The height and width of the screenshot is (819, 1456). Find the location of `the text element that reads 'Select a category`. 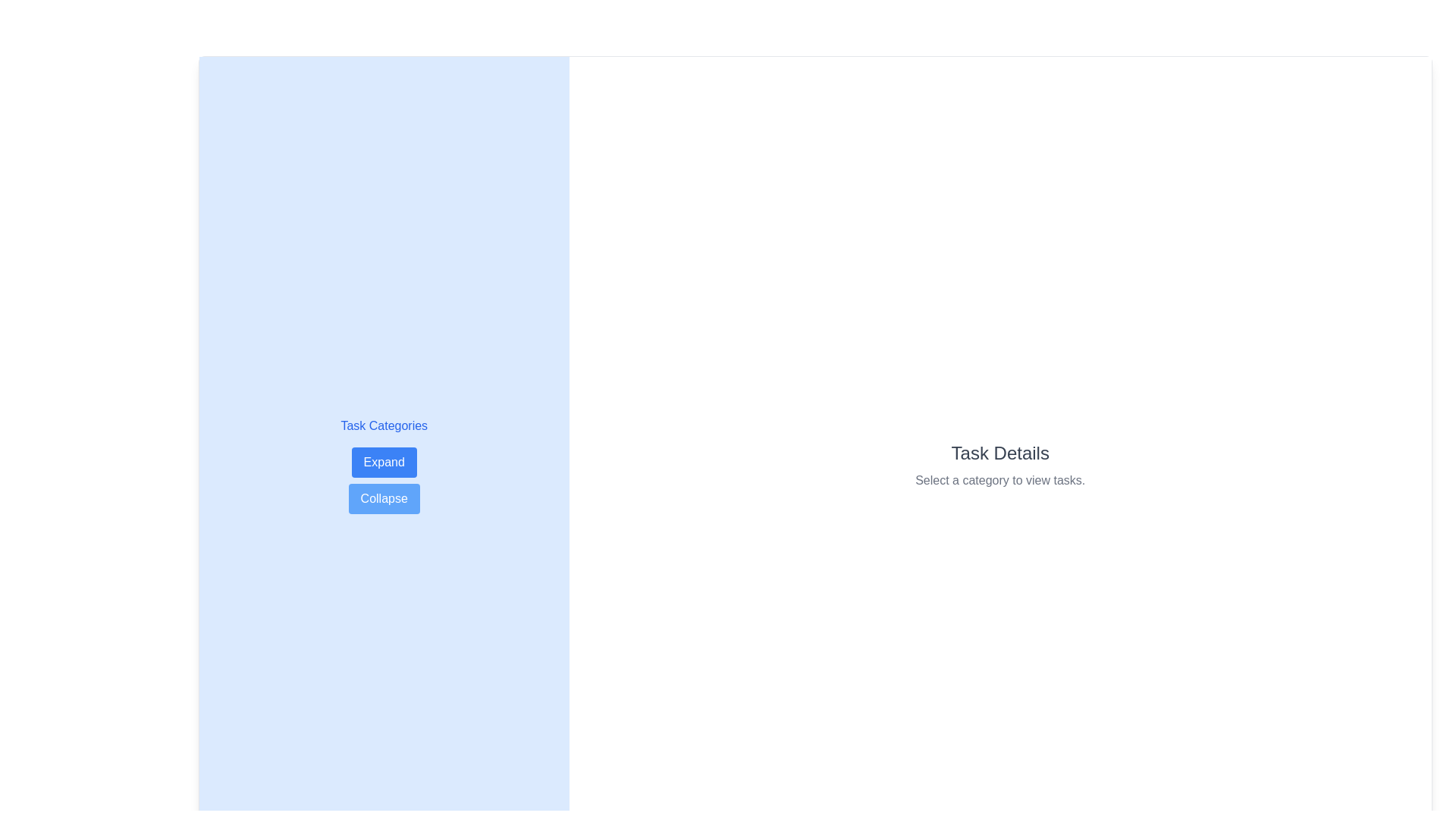

the text element that reads 'Select a category is located at coordinates (1000, 480).